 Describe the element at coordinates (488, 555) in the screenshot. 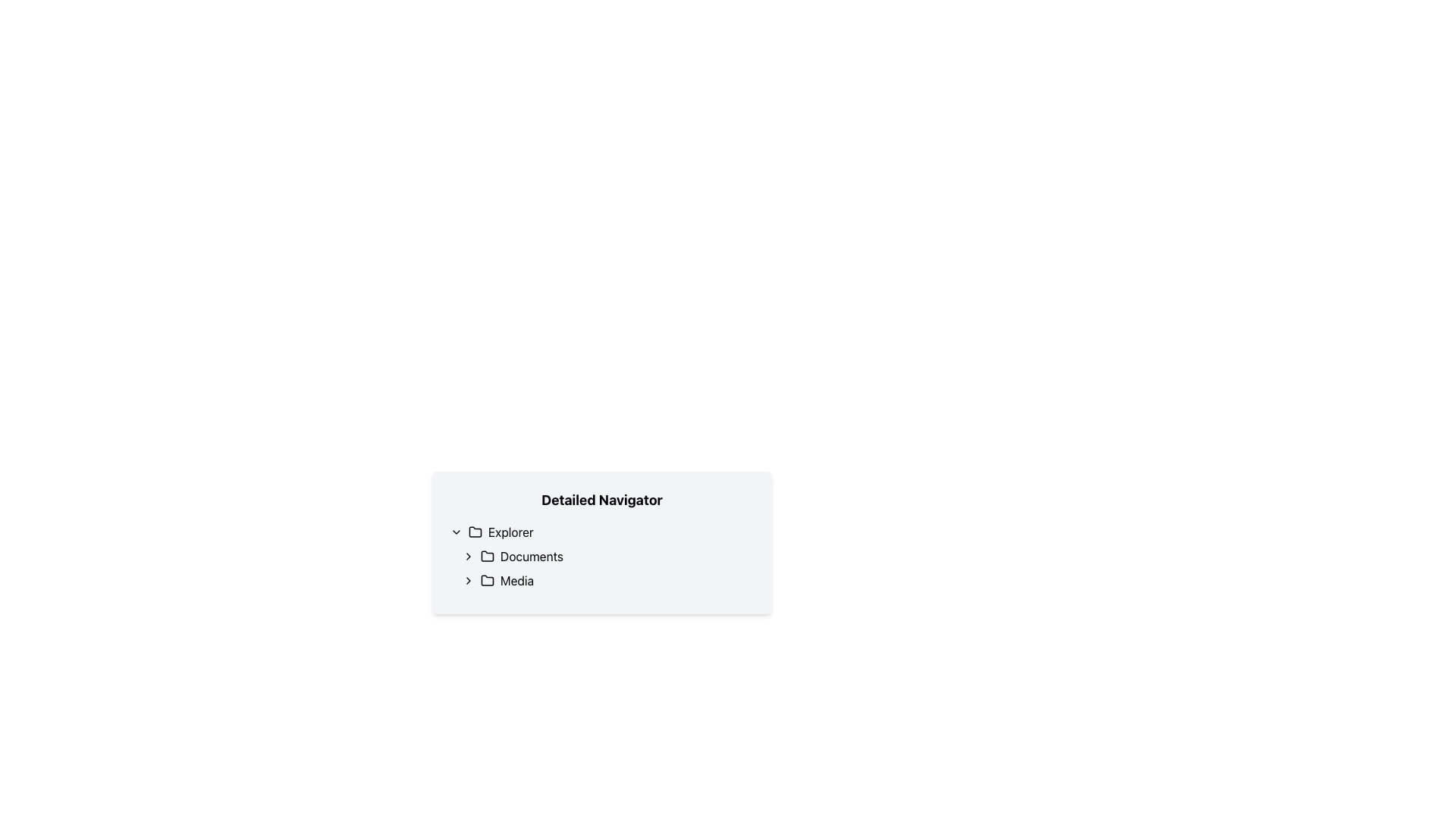

I see `the folder icon in the 'Detailed Navigator' section, next to the 'Documents' label` at that location.